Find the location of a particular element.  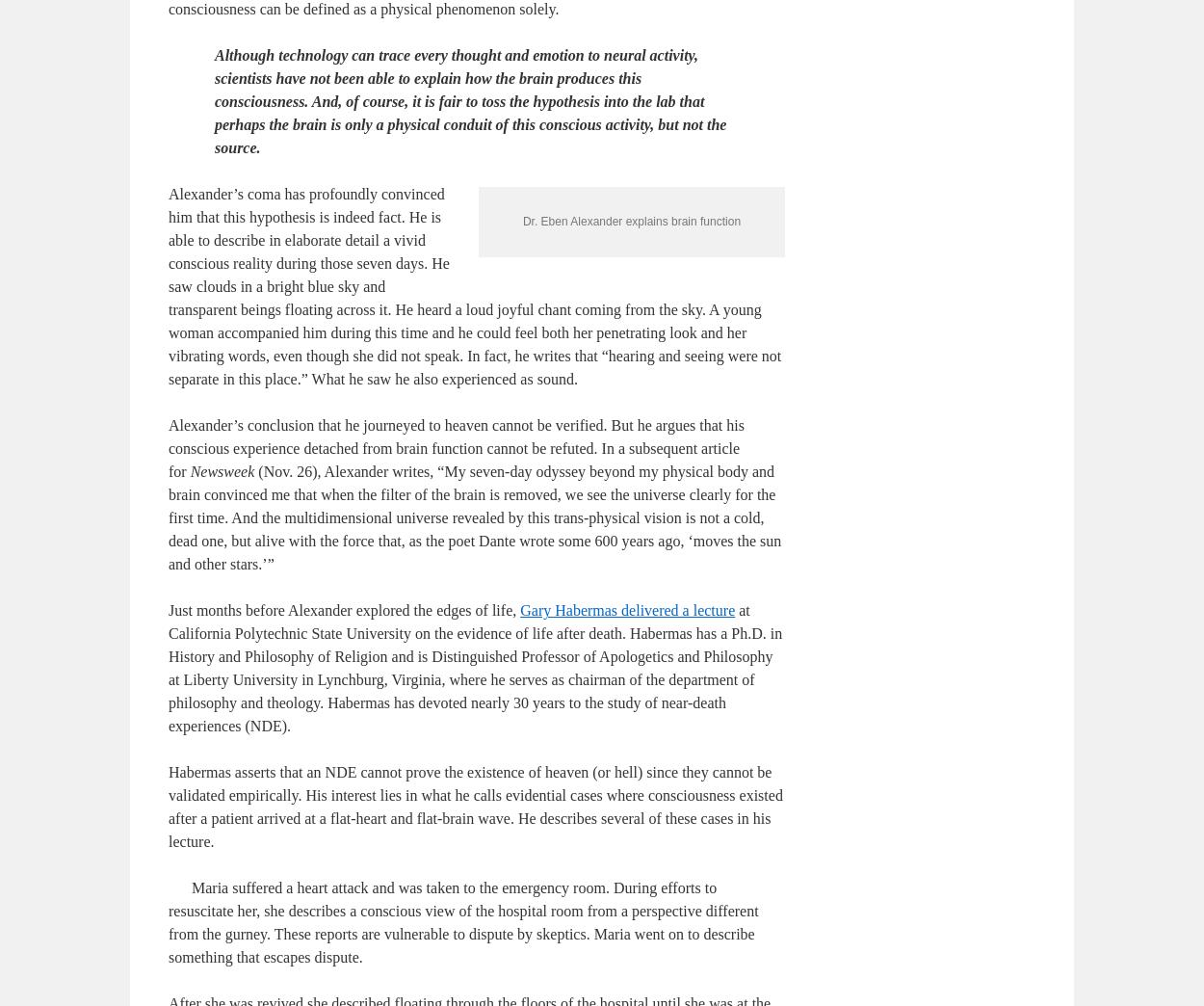

'Dr. Eben Alexander explains brain function' is located at coordinates (631, 467).